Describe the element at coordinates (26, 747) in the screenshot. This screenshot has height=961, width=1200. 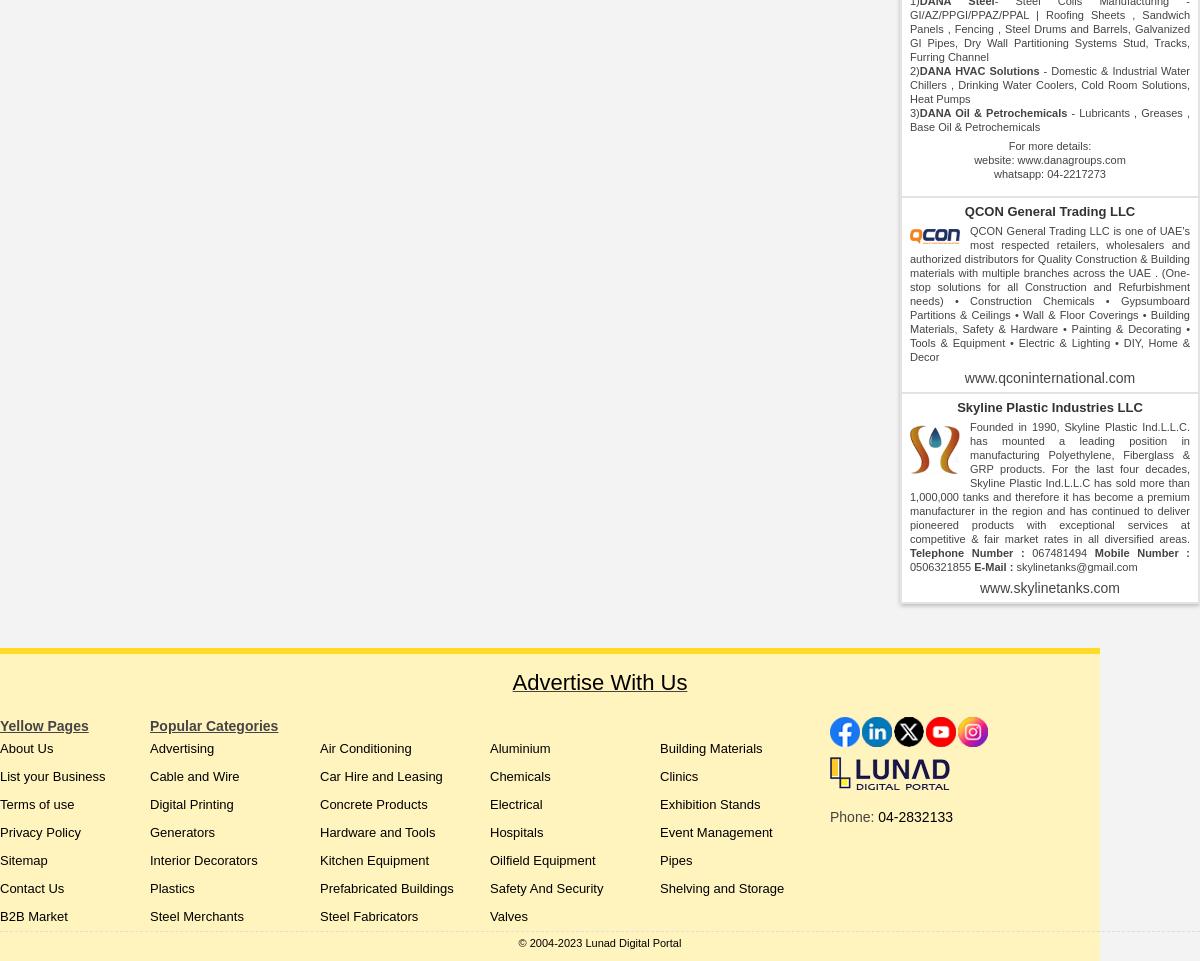
I see `'About Us'` at that location.